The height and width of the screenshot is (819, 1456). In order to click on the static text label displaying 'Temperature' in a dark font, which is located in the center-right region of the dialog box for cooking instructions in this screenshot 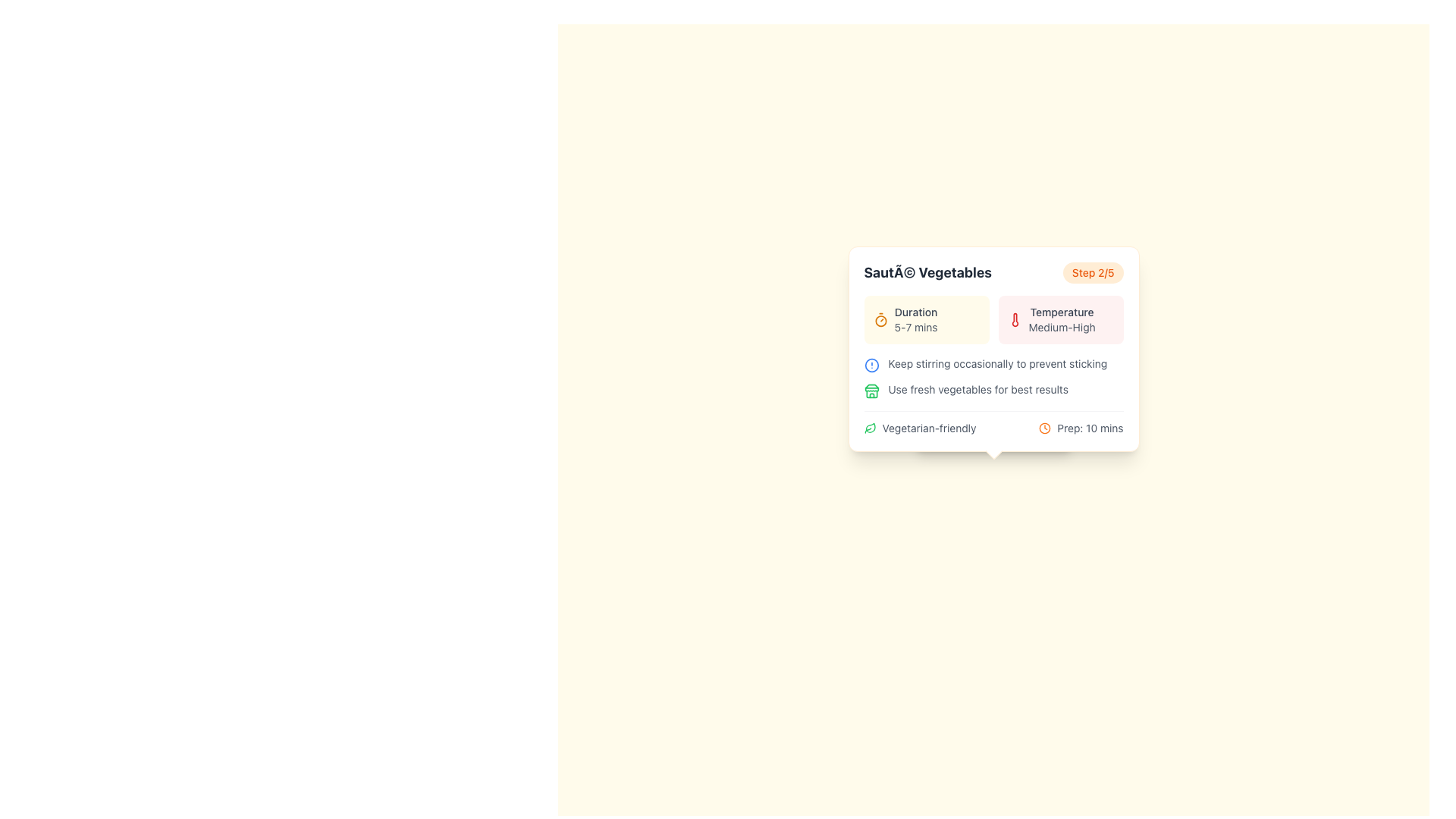, I will do `click(1061, 312)`.